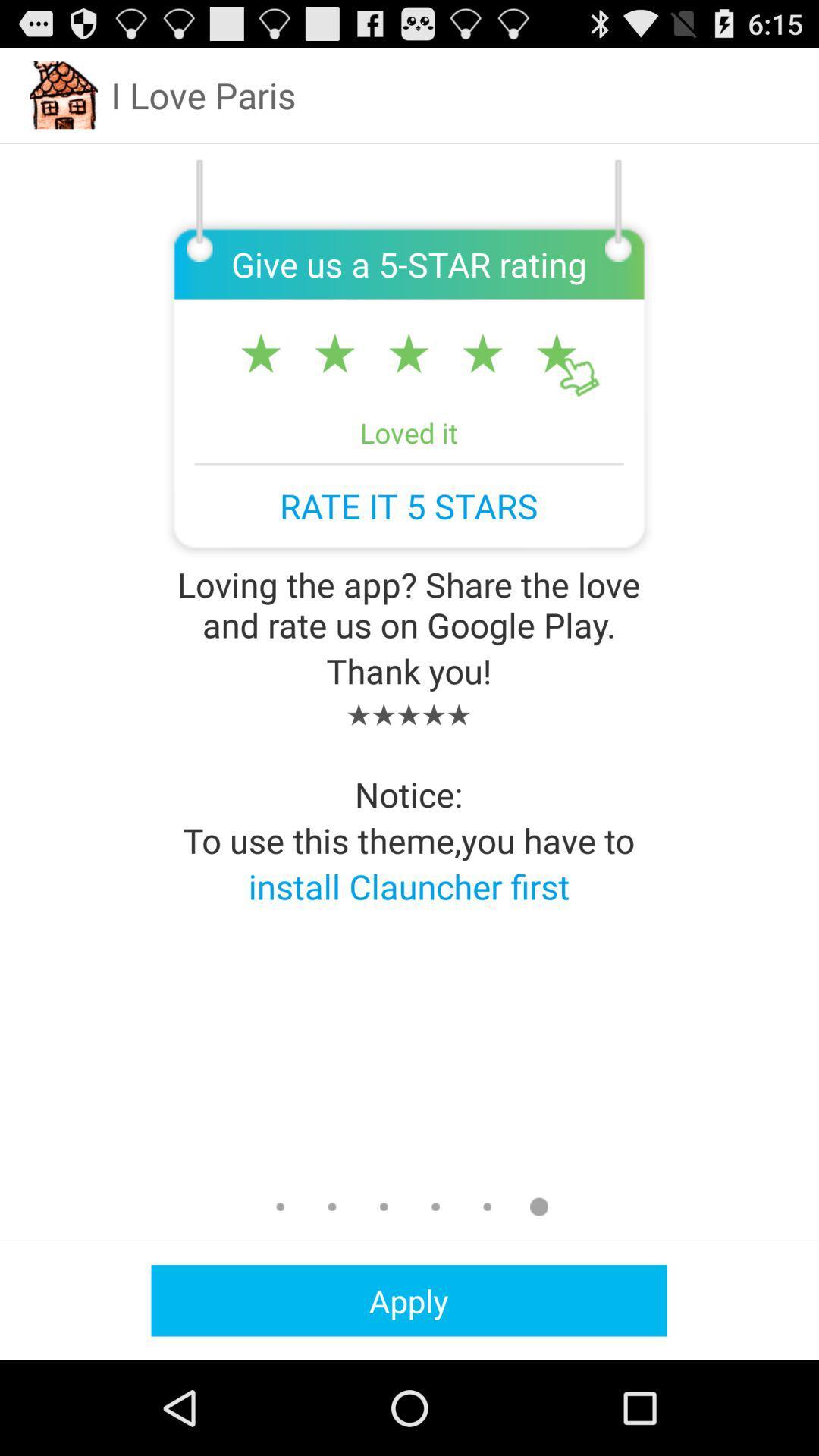  What do you see at coordinates (408, 886) in the screenshot?
I see `the app below to use this` at bounding box center [408, 886].